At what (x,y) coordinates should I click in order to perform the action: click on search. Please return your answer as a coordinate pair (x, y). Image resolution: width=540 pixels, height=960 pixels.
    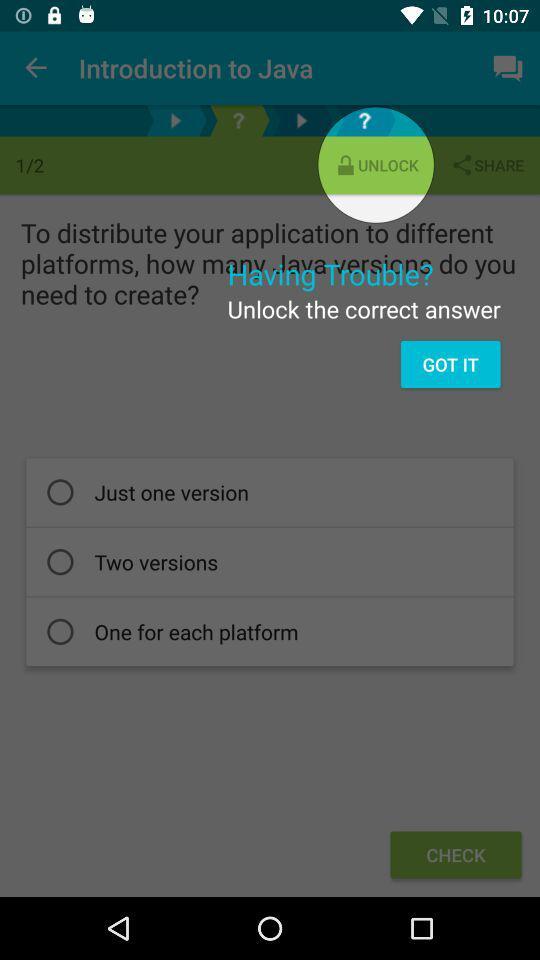
    Looking at the image, I should click on (363, 120).